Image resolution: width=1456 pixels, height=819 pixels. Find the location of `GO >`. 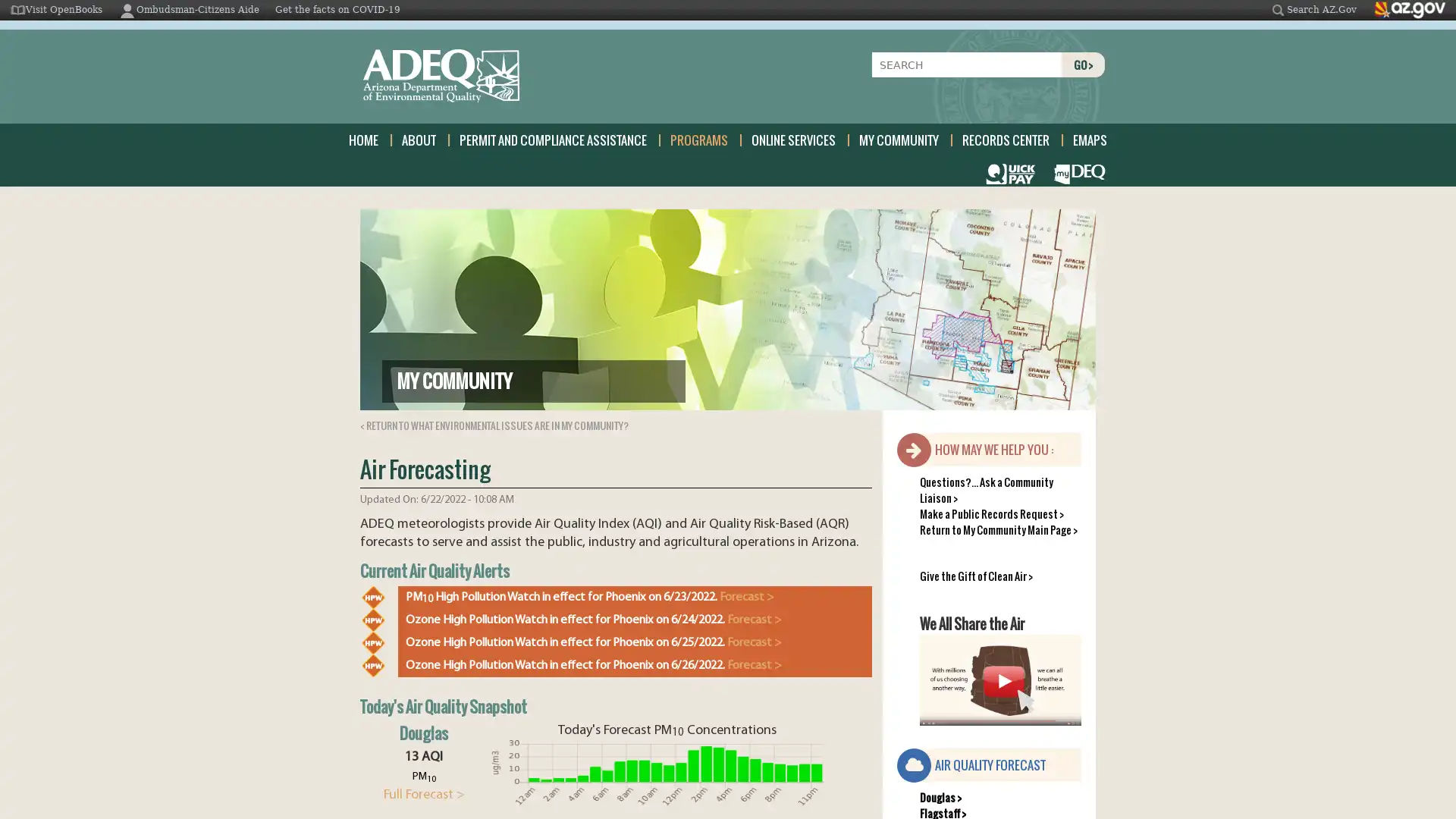

GO > is located at coordinates (1082, 64).